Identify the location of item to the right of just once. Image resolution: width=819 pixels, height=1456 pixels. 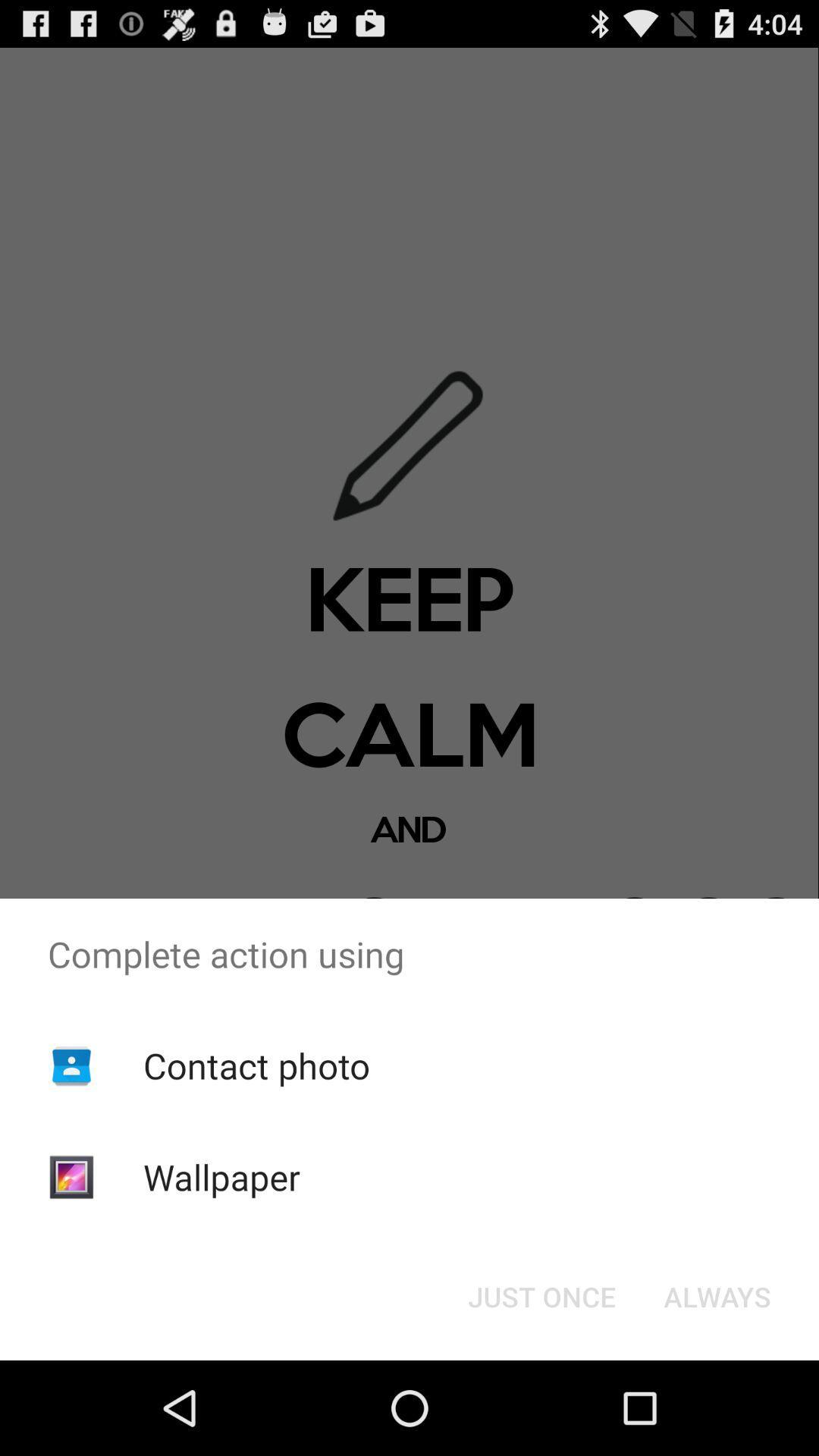
(717, 1295).